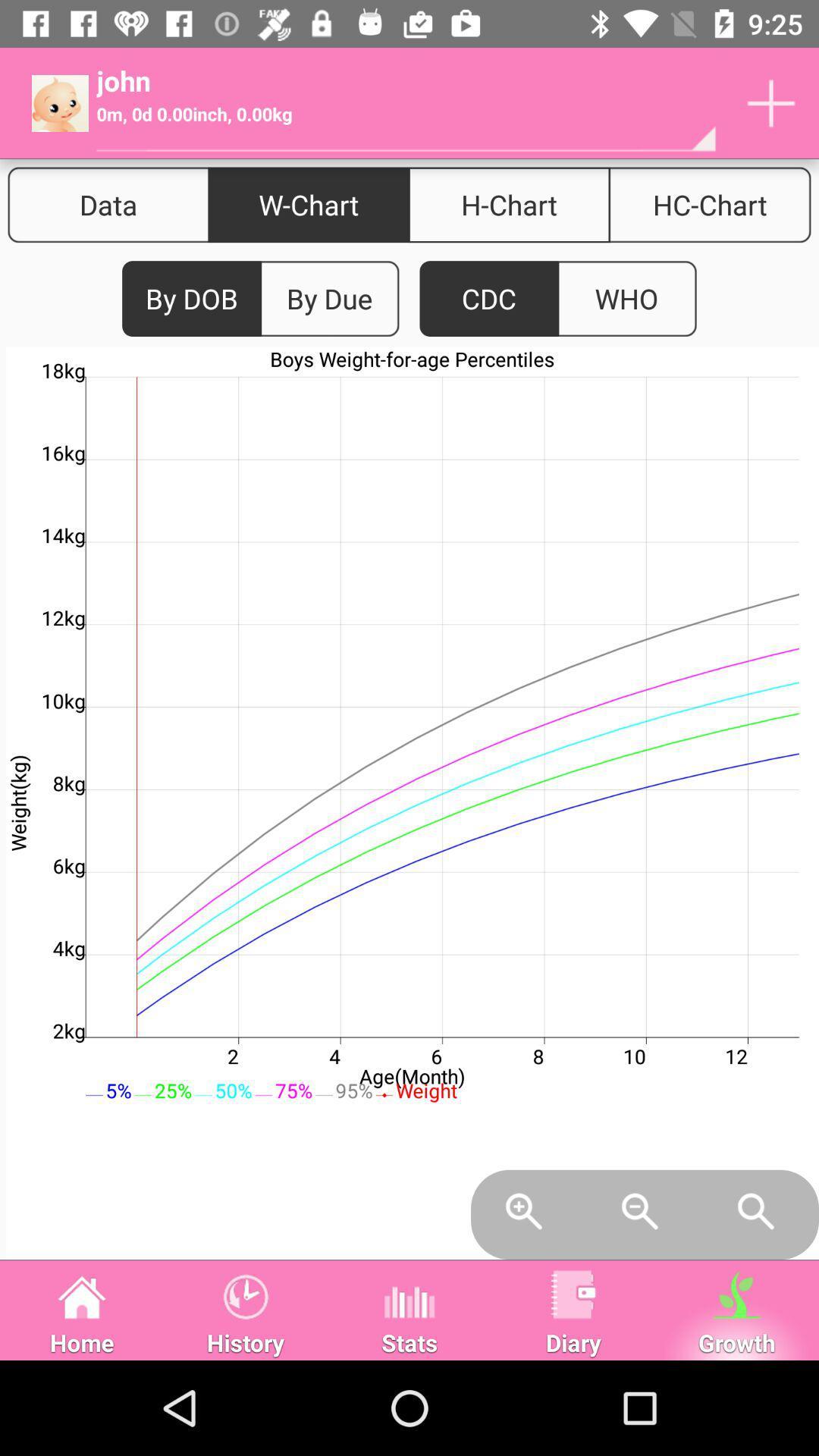 This screenshot has height=1456, width=819. What do you see at coordinates (108, 204) in the screenshot?
I see `the icon next to w-chart` at bounding box center [108, 204].